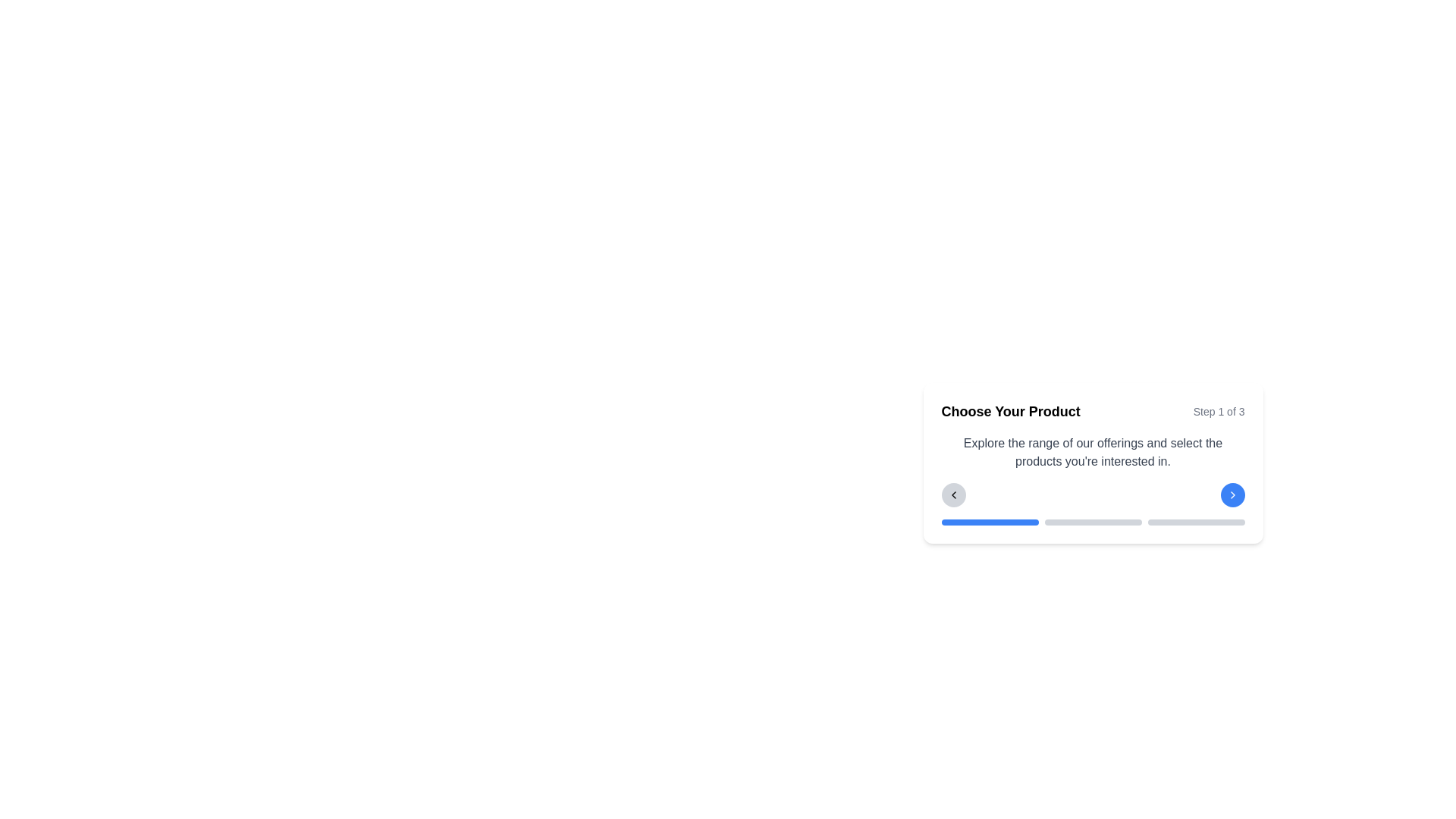 The height and width of the screenshot is (819, 1456). Describe the element at coordinates (952, 494) in the screenshot. I see `the circular button with a light gray background and a black left-pointing chevron icon` at that location.